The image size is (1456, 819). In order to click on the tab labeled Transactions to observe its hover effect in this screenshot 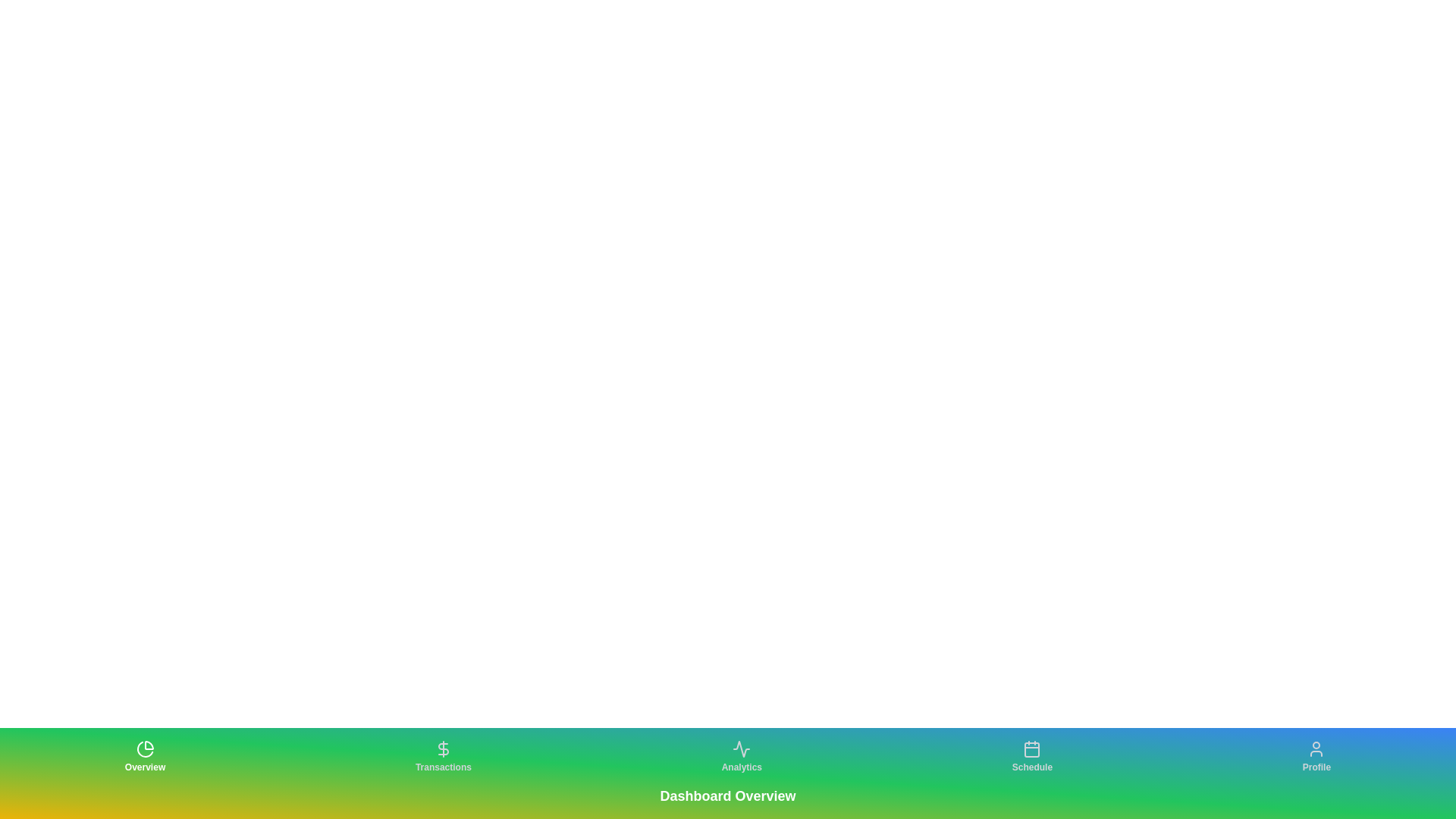, I will do `click(443, 757)`.